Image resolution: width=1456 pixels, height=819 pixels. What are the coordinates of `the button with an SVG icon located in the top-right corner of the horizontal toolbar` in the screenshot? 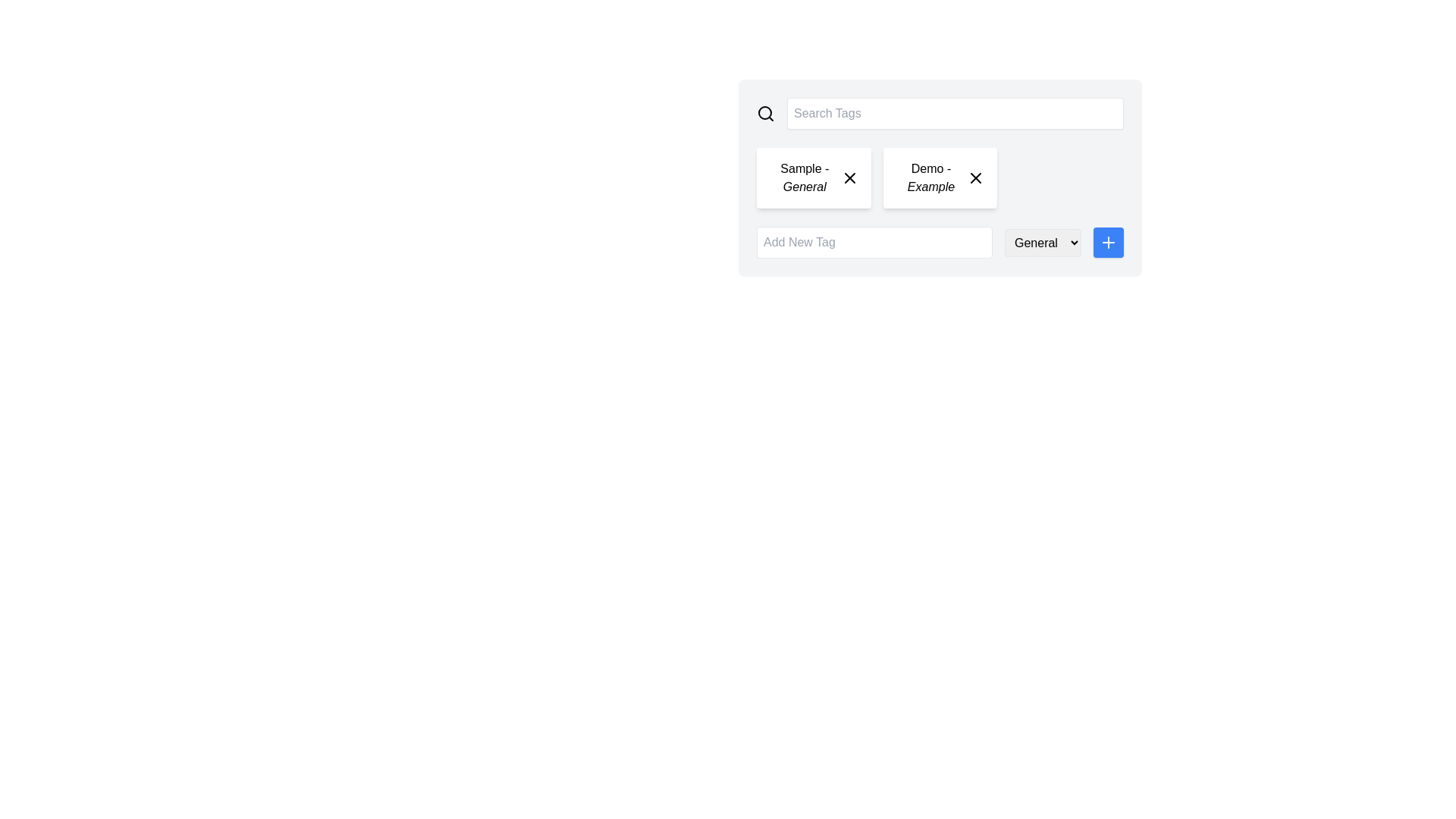 It's located at (1109, 242).